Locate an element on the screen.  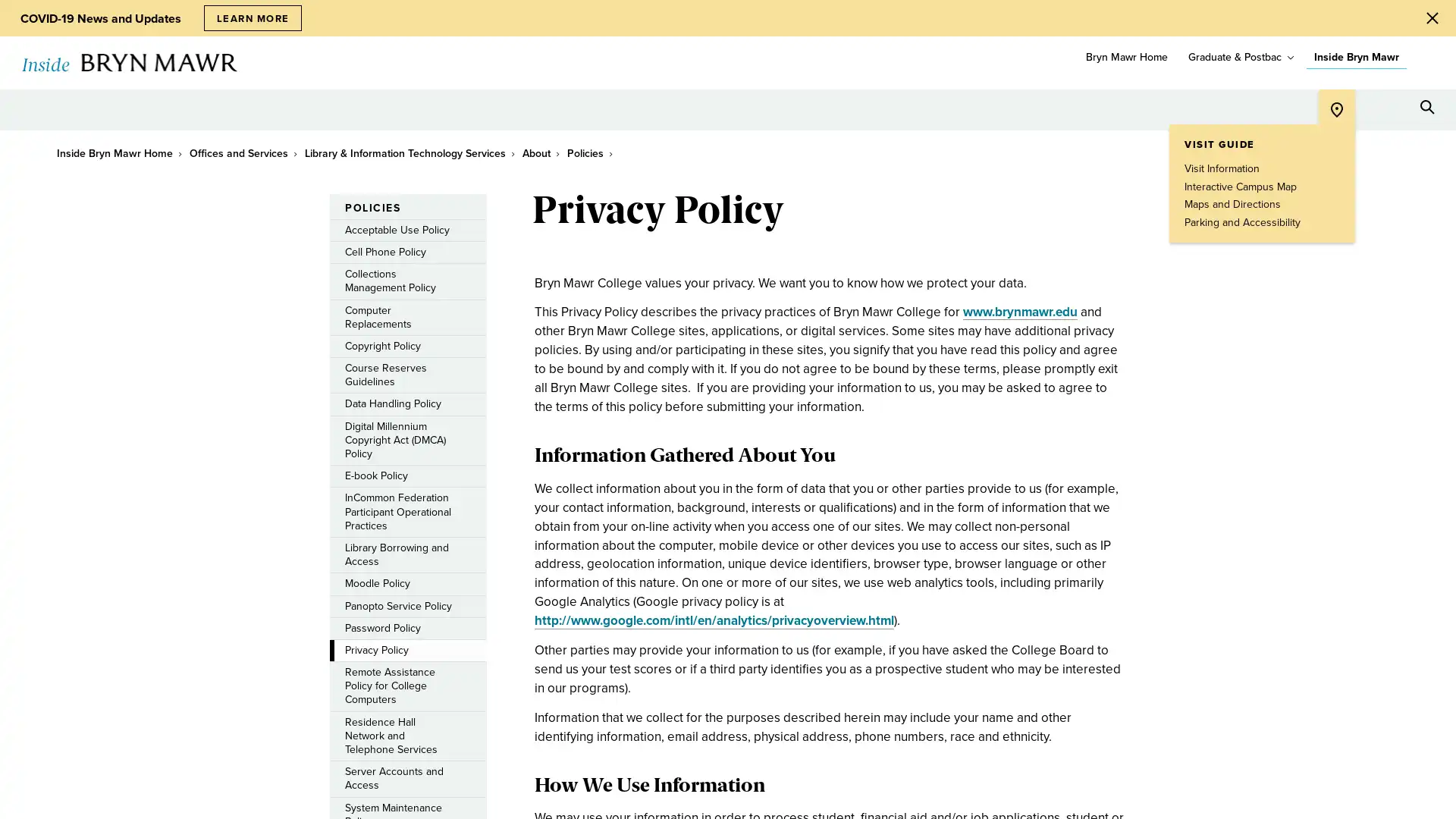
toggle submenu is located at coordinates (174, 99).